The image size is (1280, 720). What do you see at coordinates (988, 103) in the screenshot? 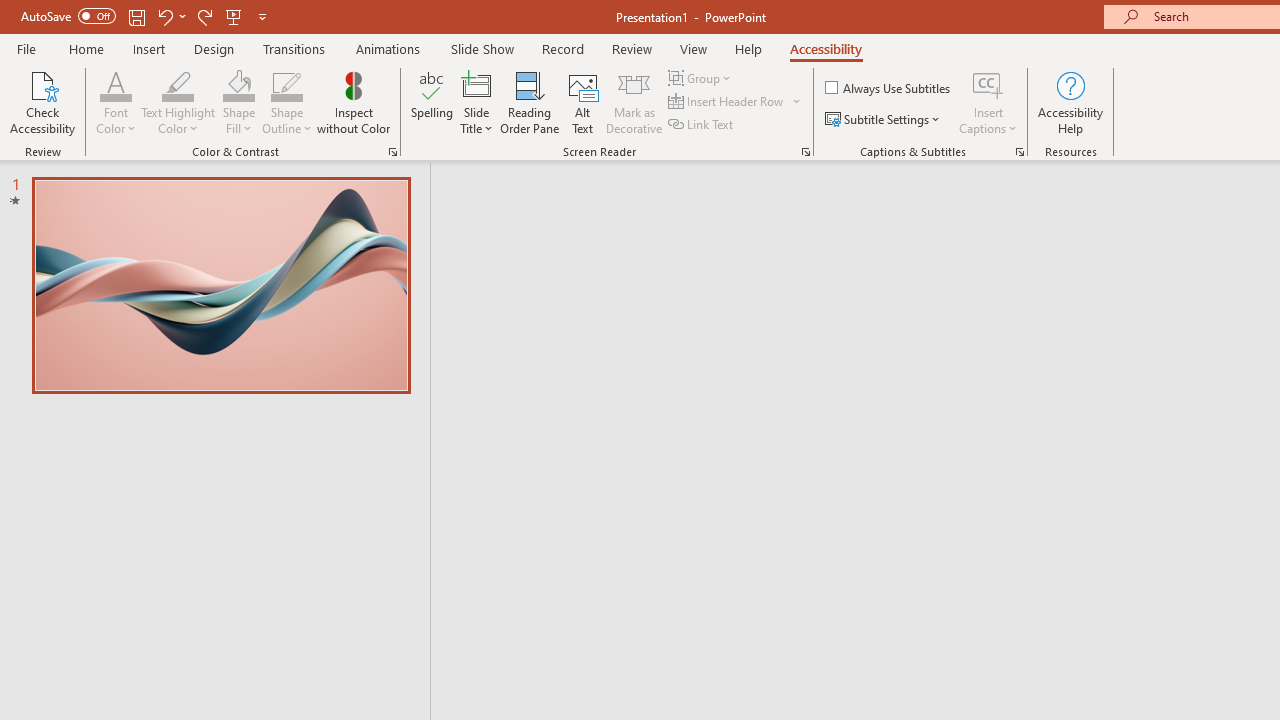
I see `'Insert Captions'` at bounding box center [988, 103].